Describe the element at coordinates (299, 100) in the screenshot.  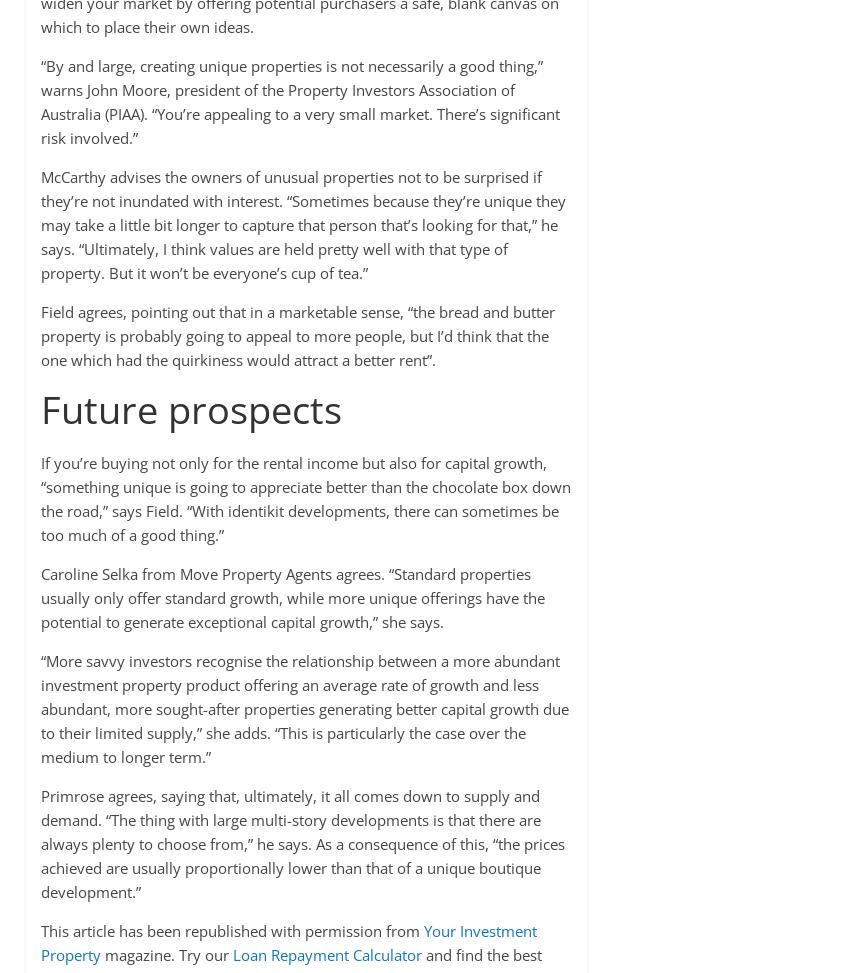
I see `'“By and large, creating unique properties is not necessarily a good thing,” warns John Moore, president of the Property Investors Association of Australia (PIAA). “You’re appealing to a very small market. There’s significant risk involved.”'` at that location.